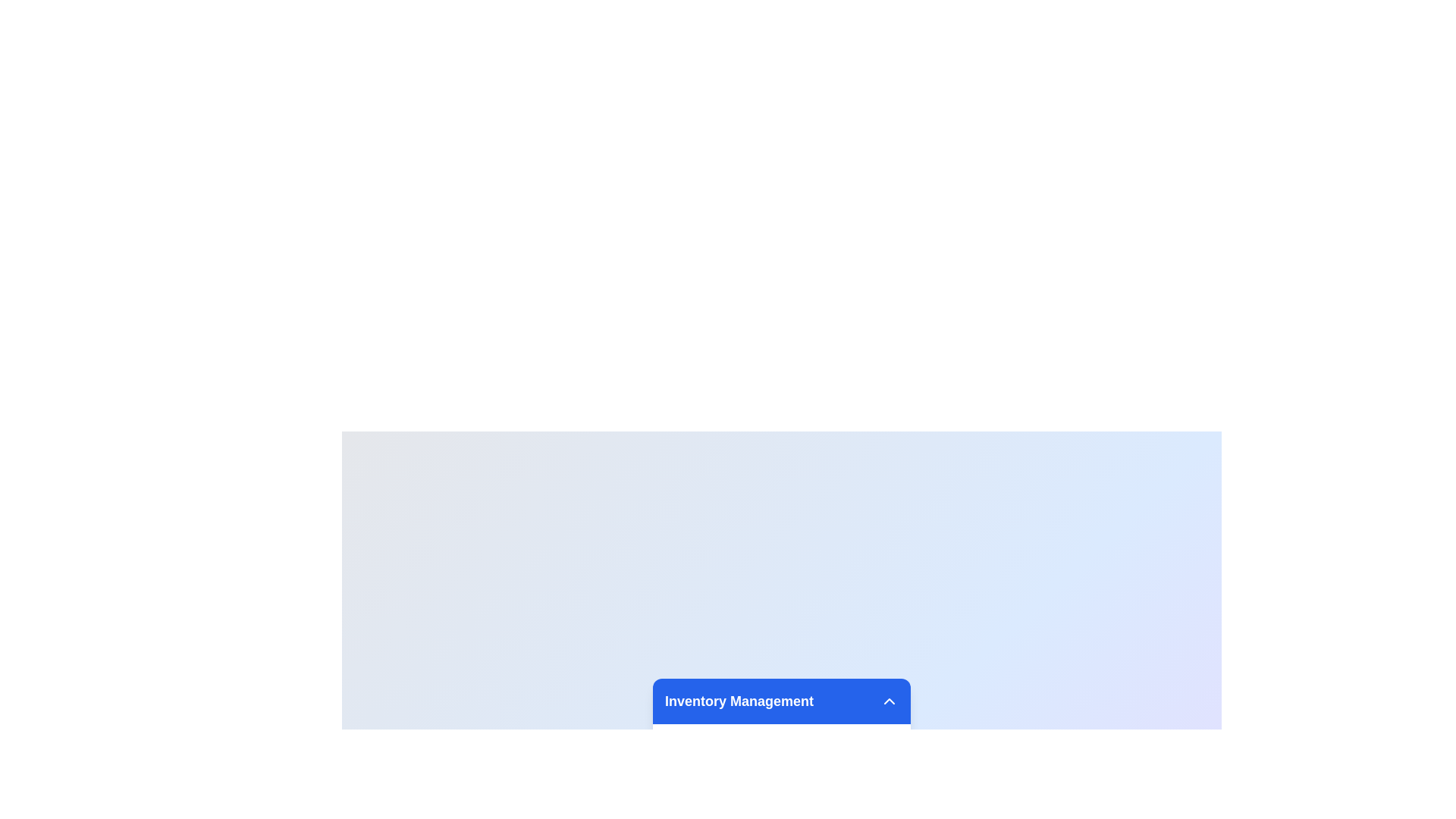 The image size is (1456, 819). Describe the element at coordinates (782, 701) in the screenshot. I see `the Section Header with the text 'Inventory Management'` at that location.